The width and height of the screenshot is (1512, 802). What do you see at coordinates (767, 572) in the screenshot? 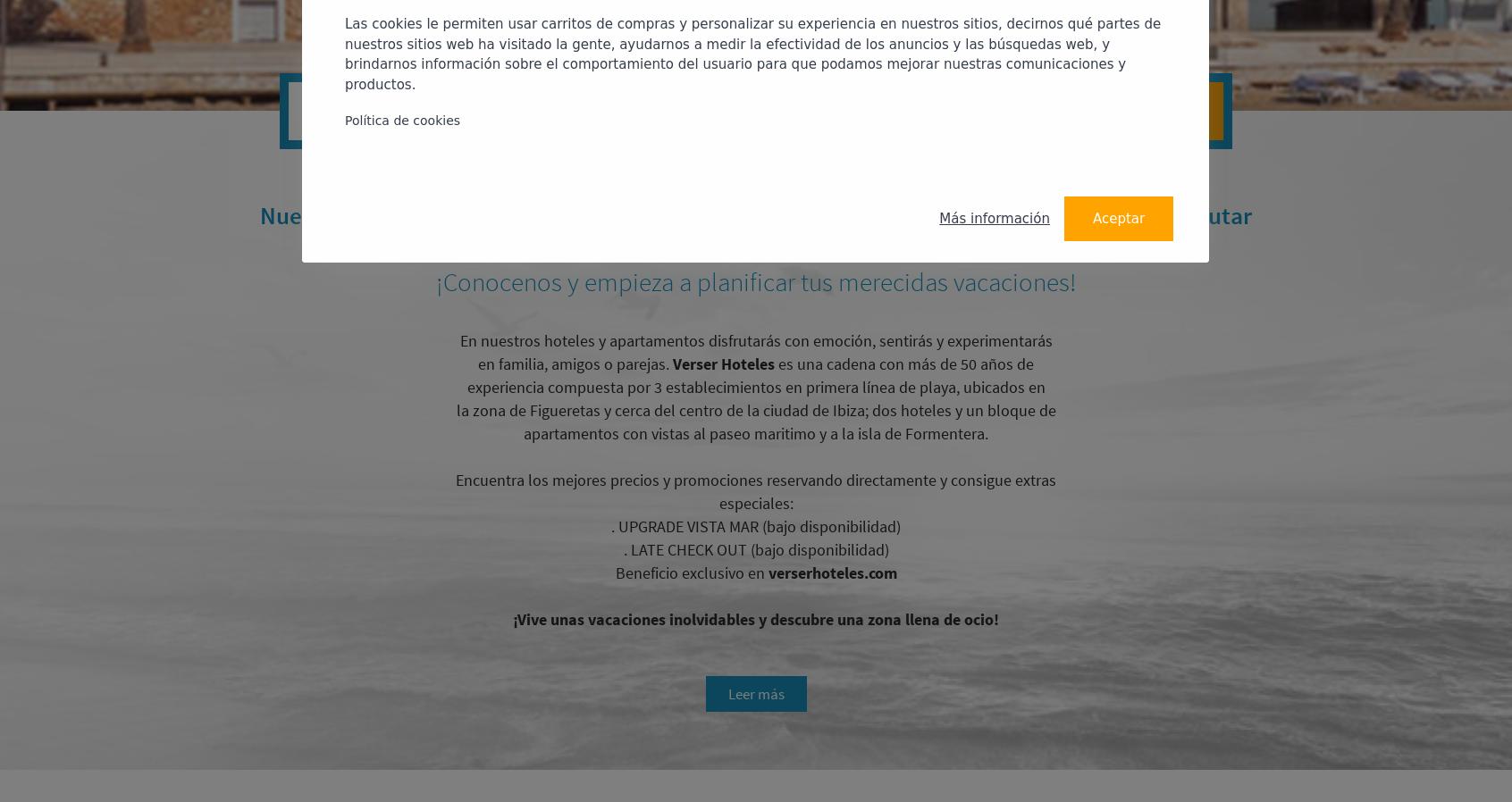
I see `'verserhoteles.com'` at bounding box center [767, 572].